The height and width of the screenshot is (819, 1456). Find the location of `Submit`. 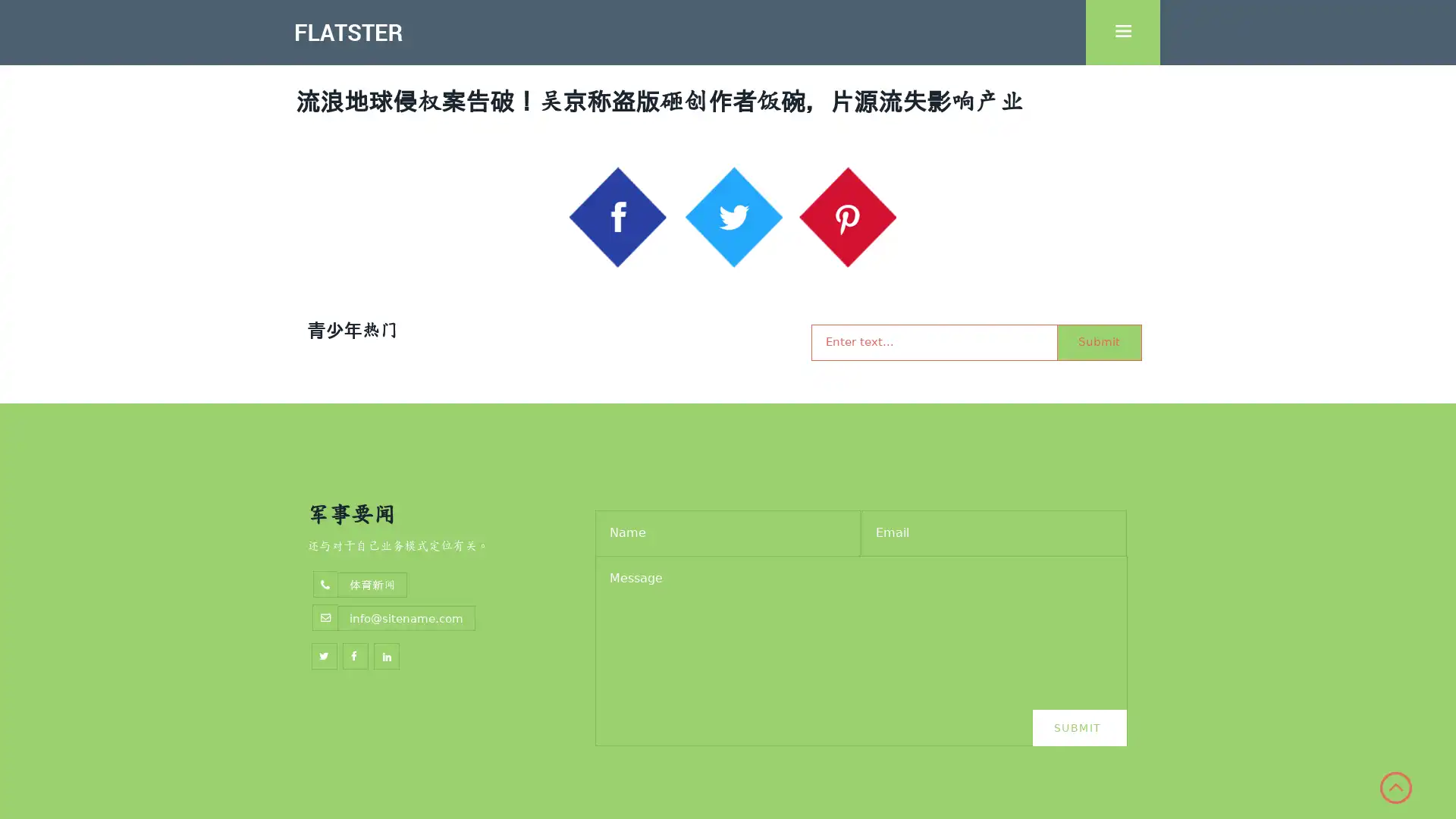

Submit is located at coordinates (1078, 726).